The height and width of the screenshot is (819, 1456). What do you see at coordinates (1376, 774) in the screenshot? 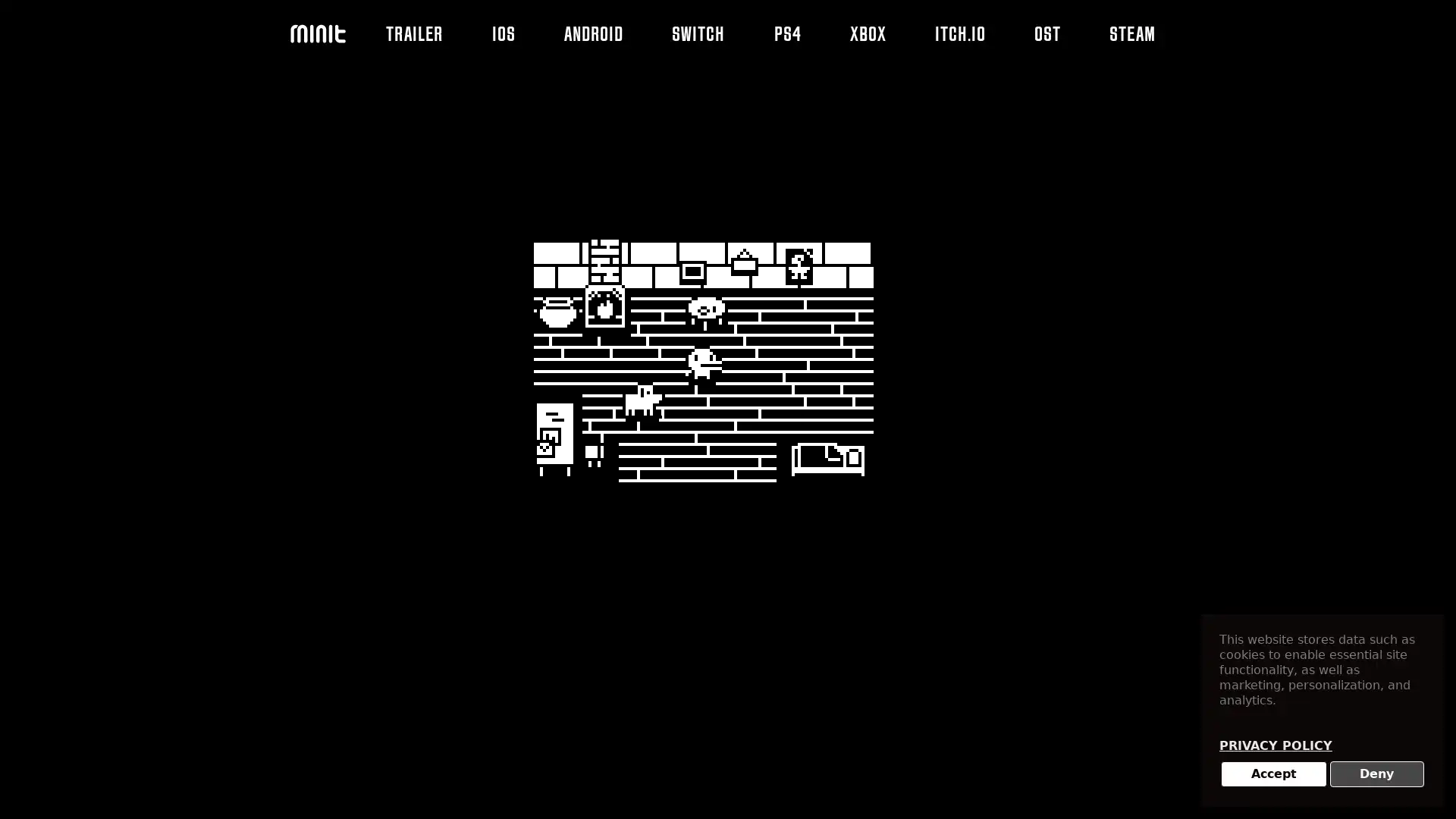
I see `Deny` at bounding box center [1376, 774].